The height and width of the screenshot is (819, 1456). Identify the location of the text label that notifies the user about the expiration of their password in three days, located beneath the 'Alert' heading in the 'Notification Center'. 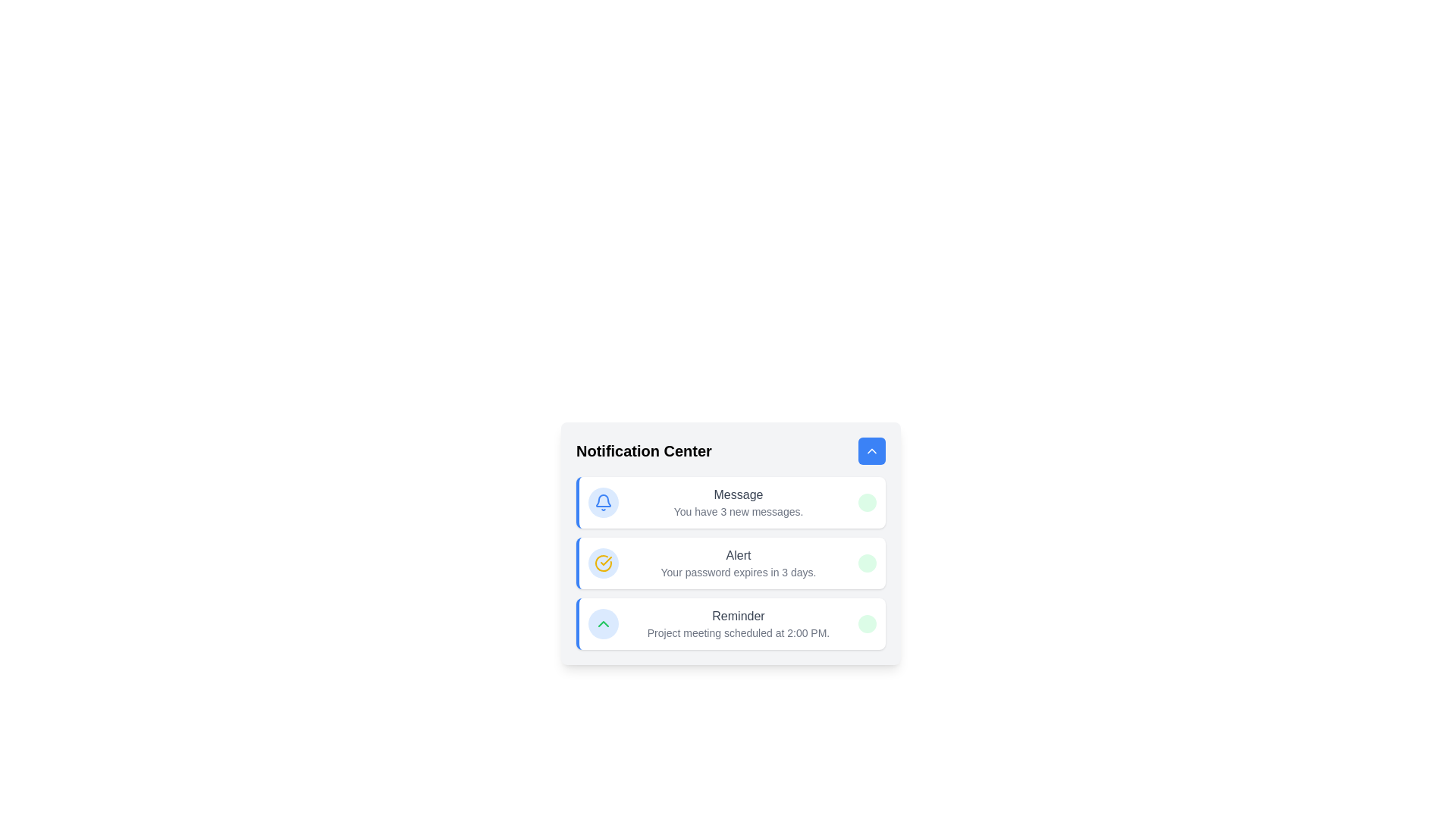
(739, 573).